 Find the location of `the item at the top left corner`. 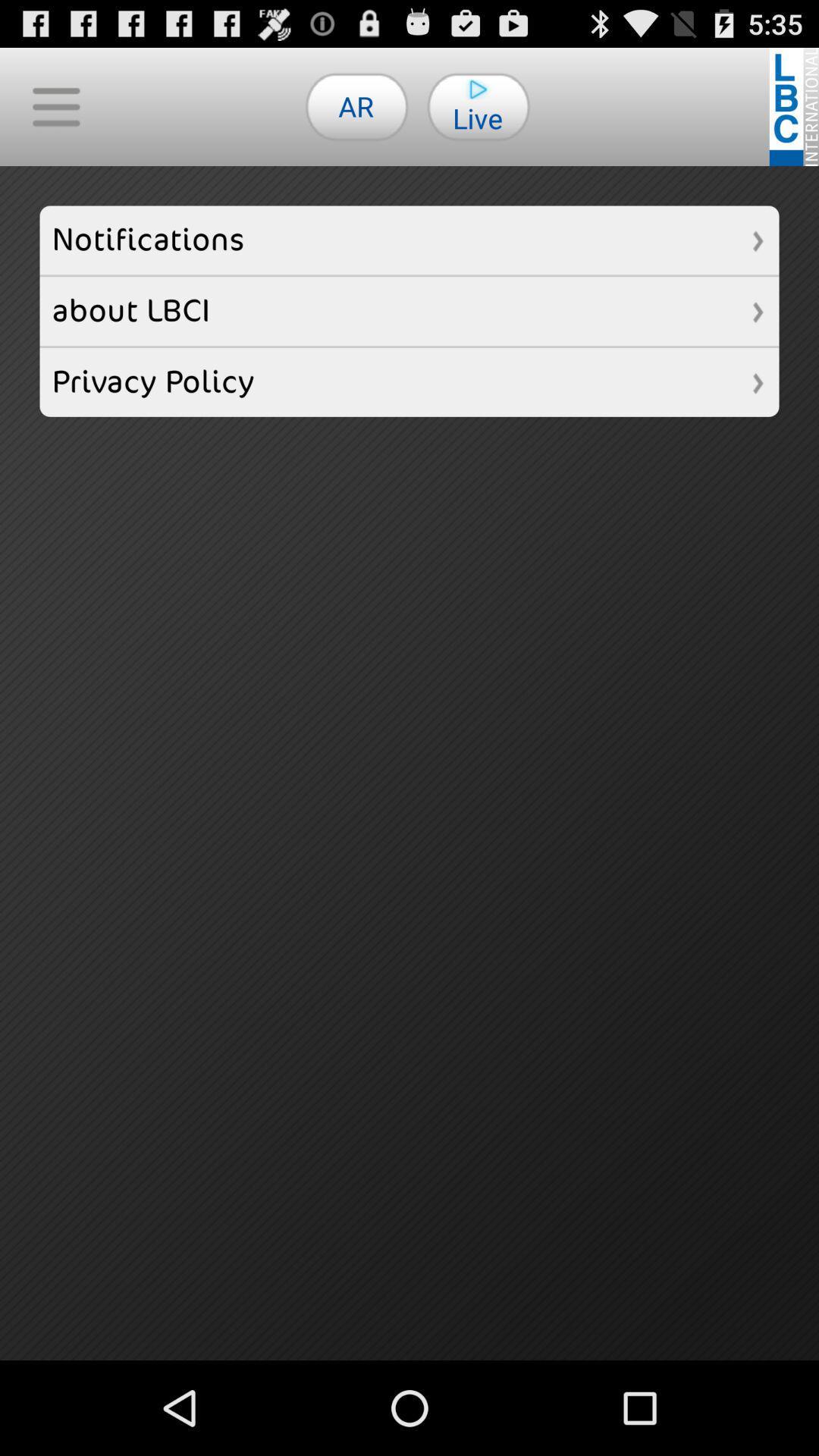

the item at the top left corner is located at coordinates (55, 105).